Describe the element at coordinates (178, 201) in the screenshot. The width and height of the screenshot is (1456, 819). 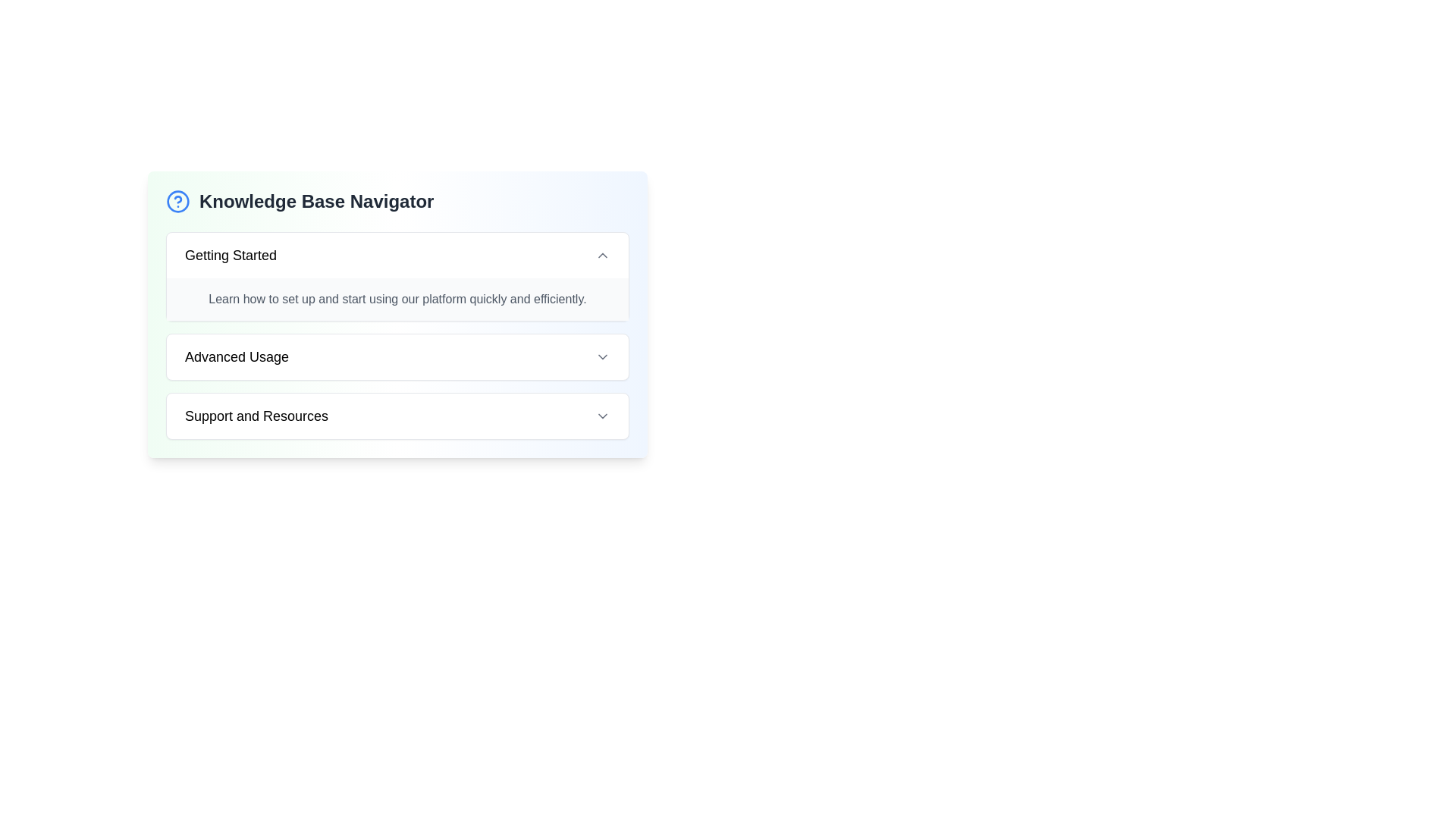
I see `the circular blue outline icon with a question mark inside, located to the left of the 'Knowledge Base Navigator' text header` at that location.